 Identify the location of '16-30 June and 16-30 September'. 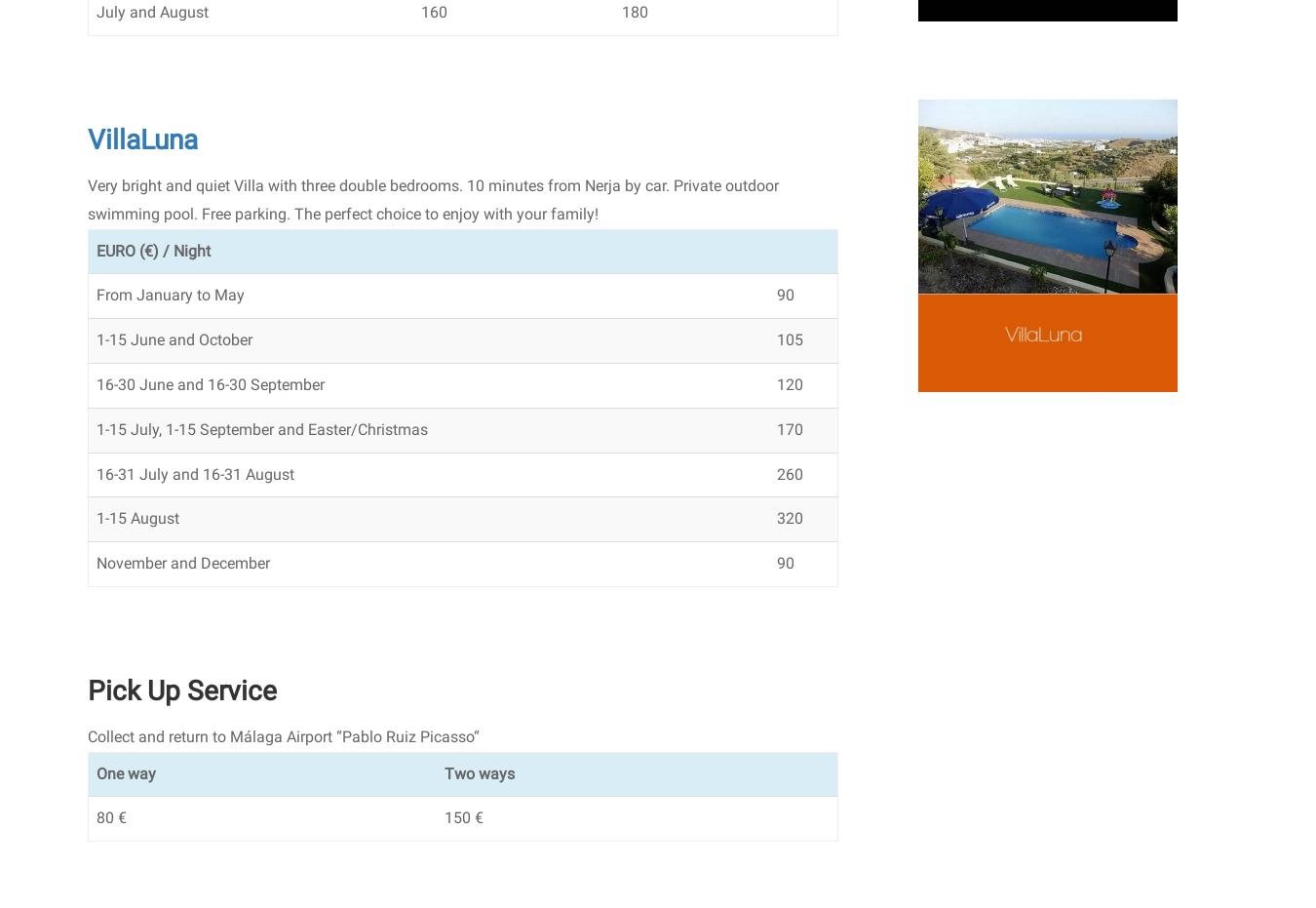
(211, 383).